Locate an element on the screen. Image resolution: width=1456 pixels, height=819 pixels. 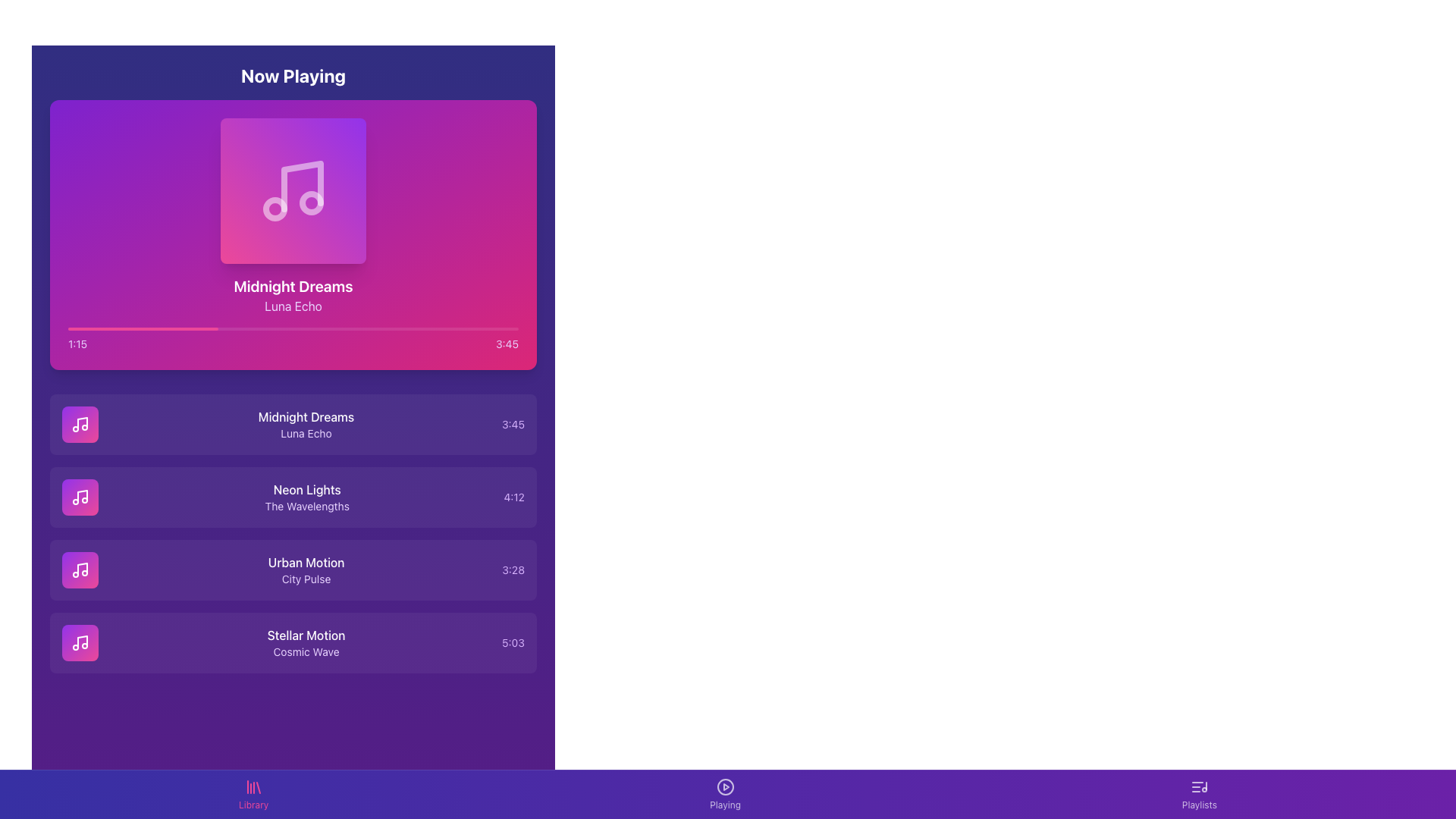
the musical note icon on the Now Playing view, which is styled in light color on a gradient pink and purple background is located at coordinates (293, 190).